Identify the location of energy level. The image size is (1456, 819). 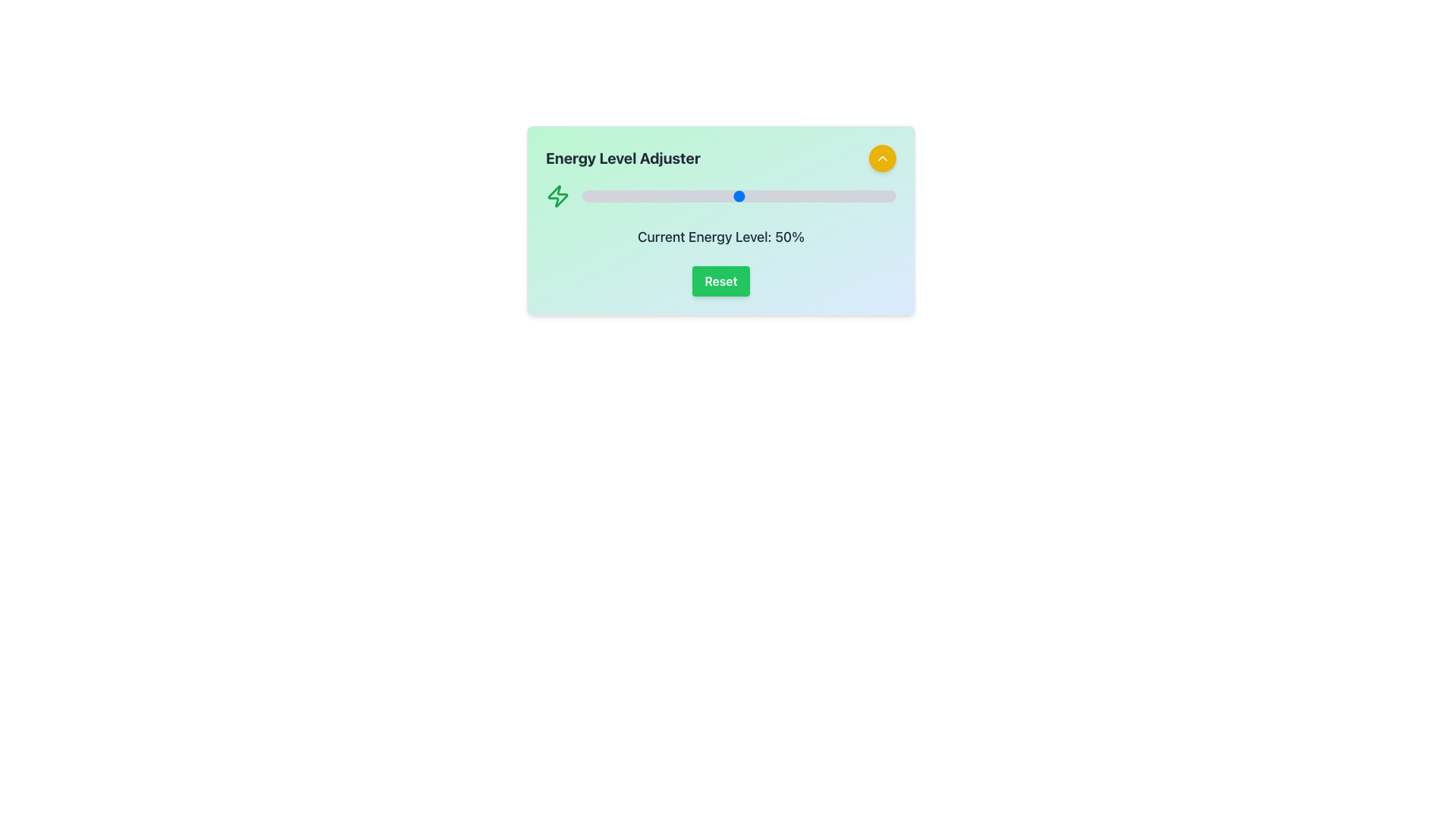
(874, 195).